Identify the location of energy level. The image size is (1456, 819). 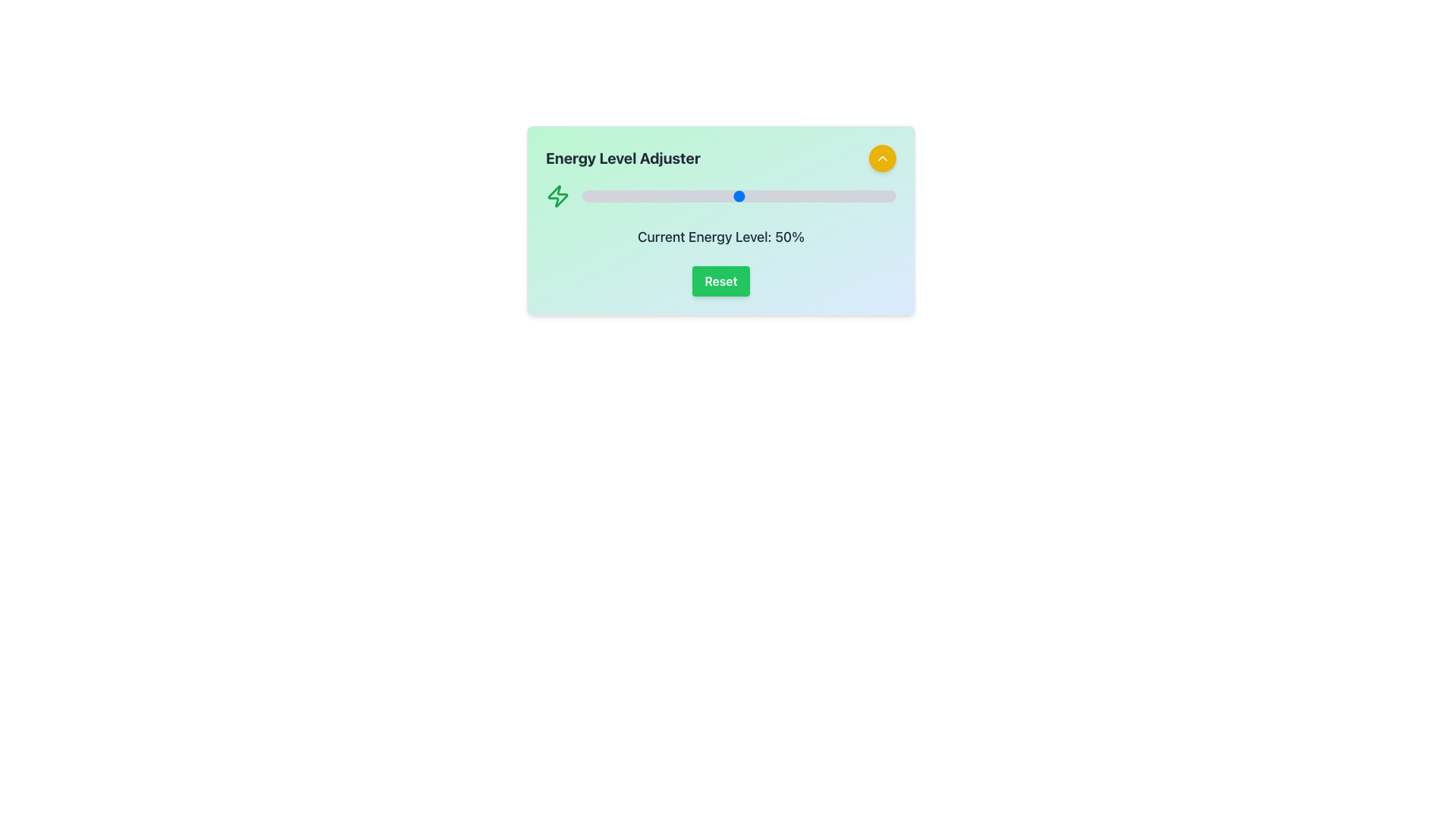
(874, 195).